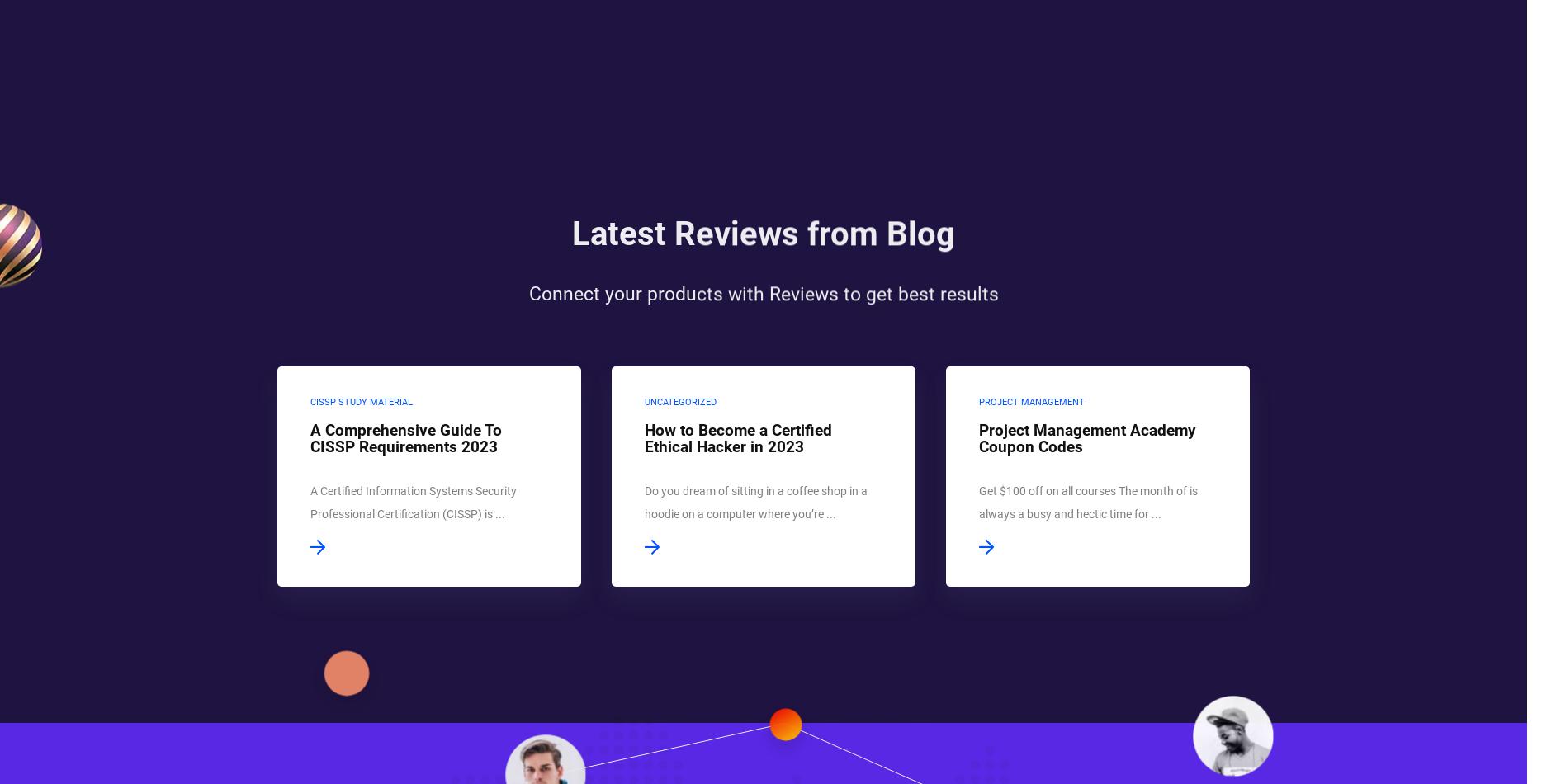  What do you see at coordinates (679, 402) in the screenshot?
I see `'Uncategorized'` at bounding box center [679, 402].